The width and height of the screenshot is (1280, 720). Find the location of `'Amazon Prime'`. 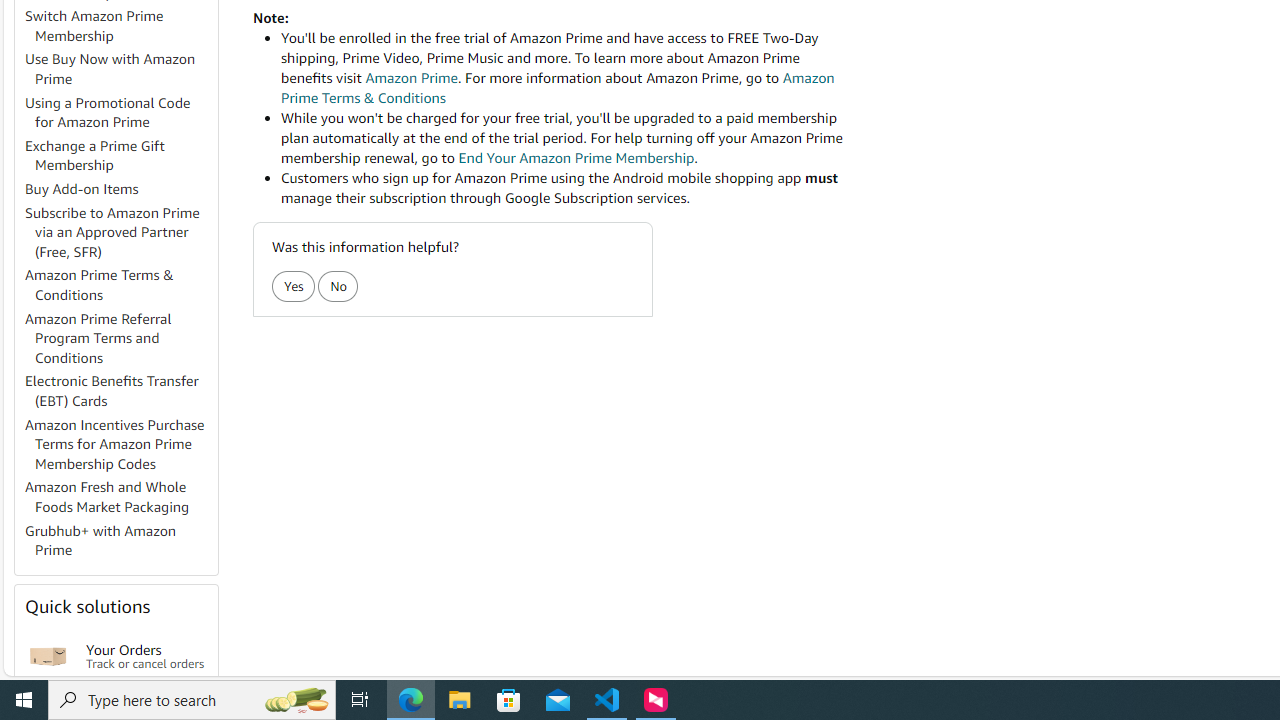

'Amazon Prime' is located at coordinates (410, 77).